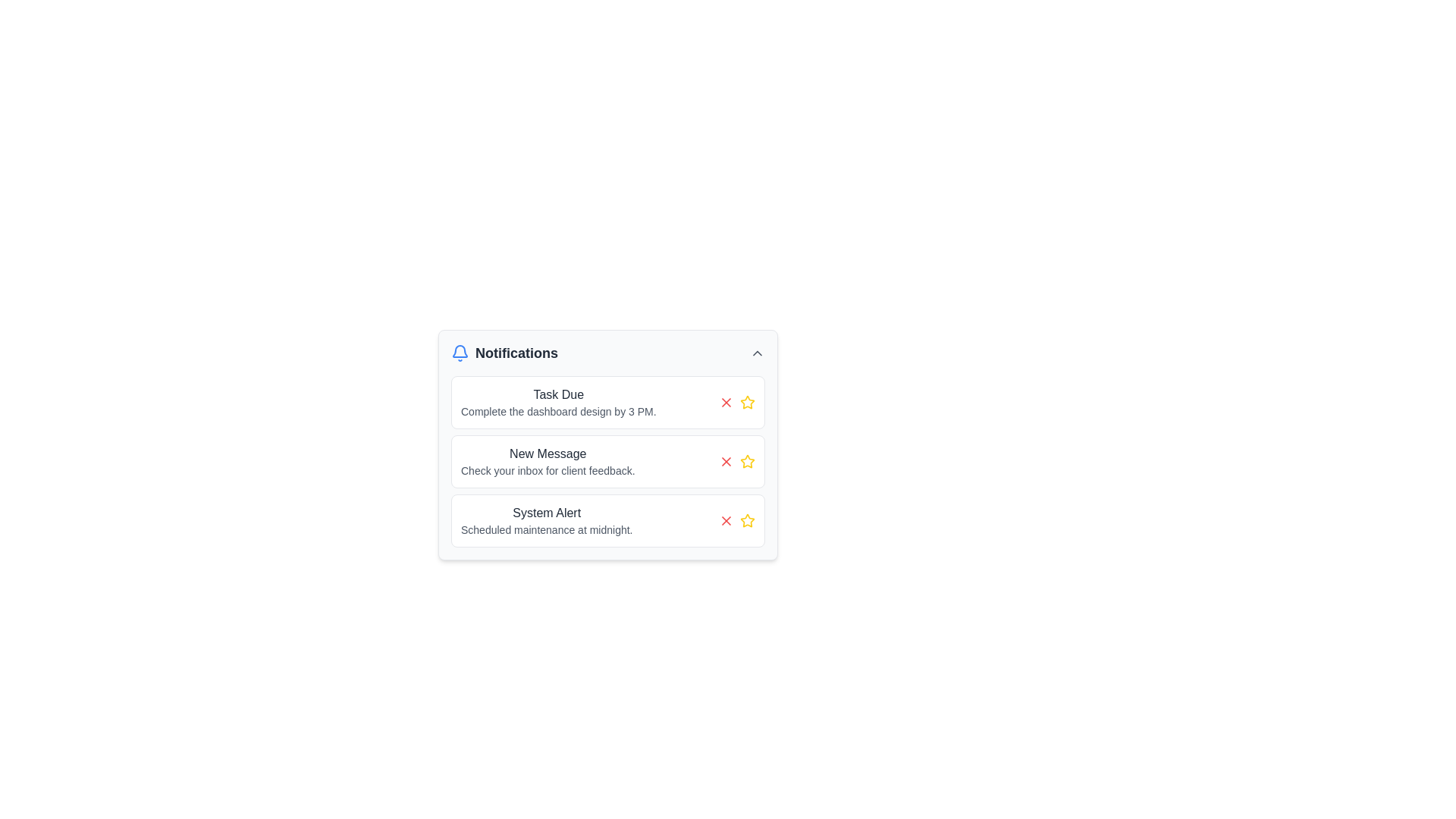 The image size is (1456, 819). What do you see at coordinates (547, 470) in the screenshot?
I see `static Text Label providing additional context for 'New Message', located below the title and centered in the notifications list` at bounding box center [547, 470].